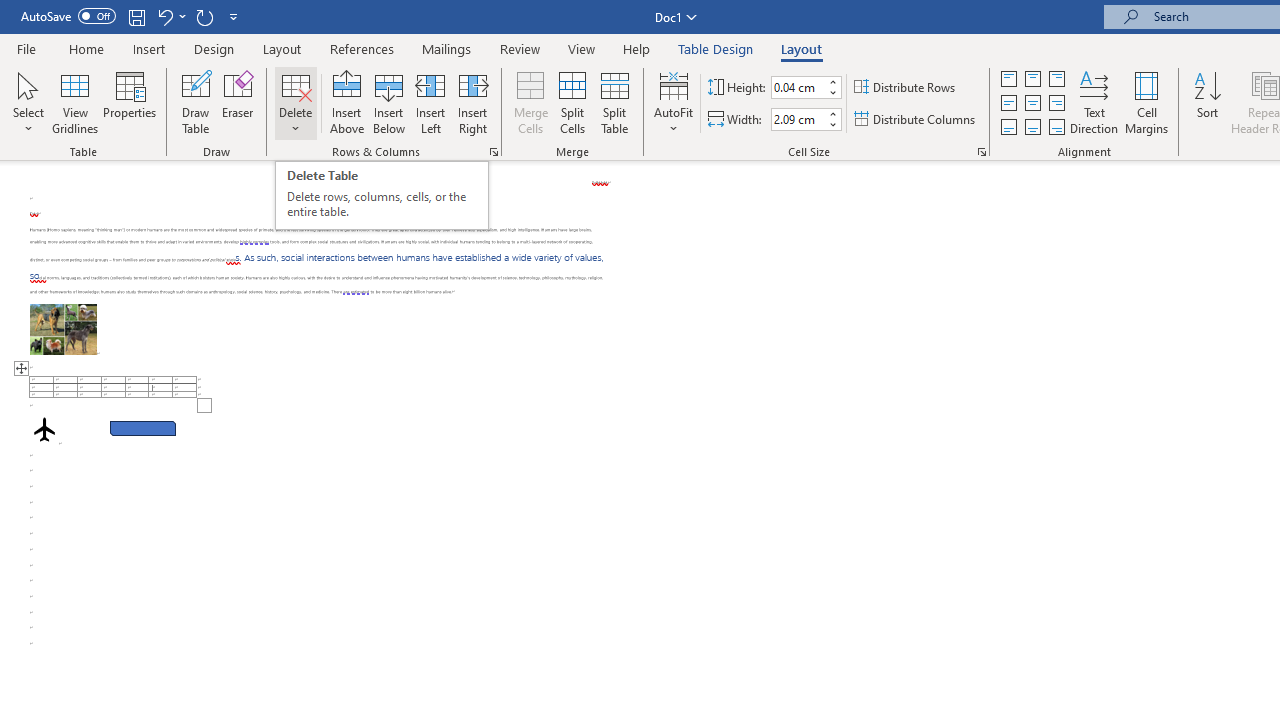 The width and height of the screenshot is (1280, 720). I want to click on 'Align Top Justified', so click(1009, 78).